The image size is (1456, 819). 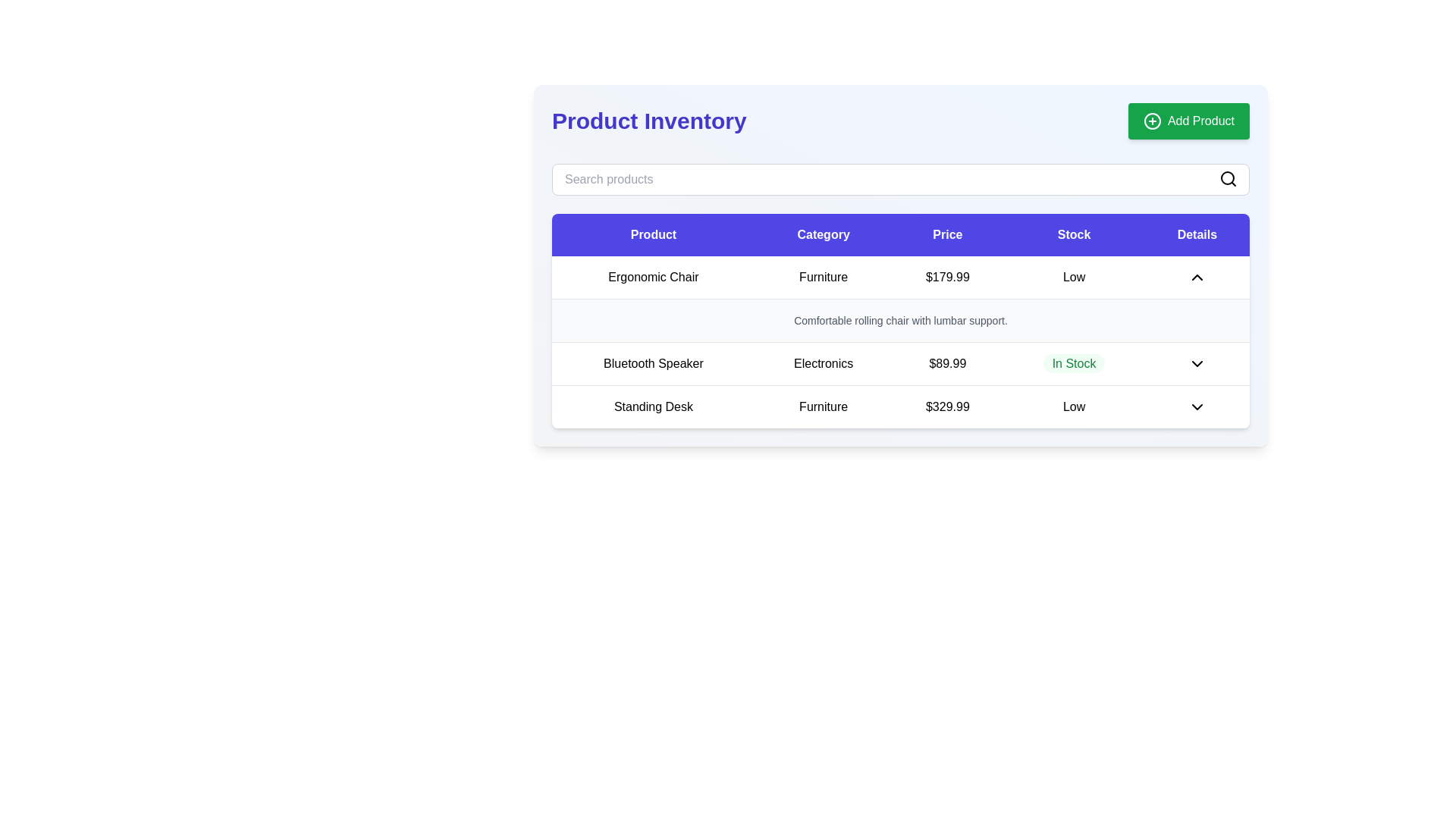 I want to click on the 'Add Product' button located in the upper-right corner of the interface, next to the 'Product Inventory' heading, so click(x=1188, y=120).